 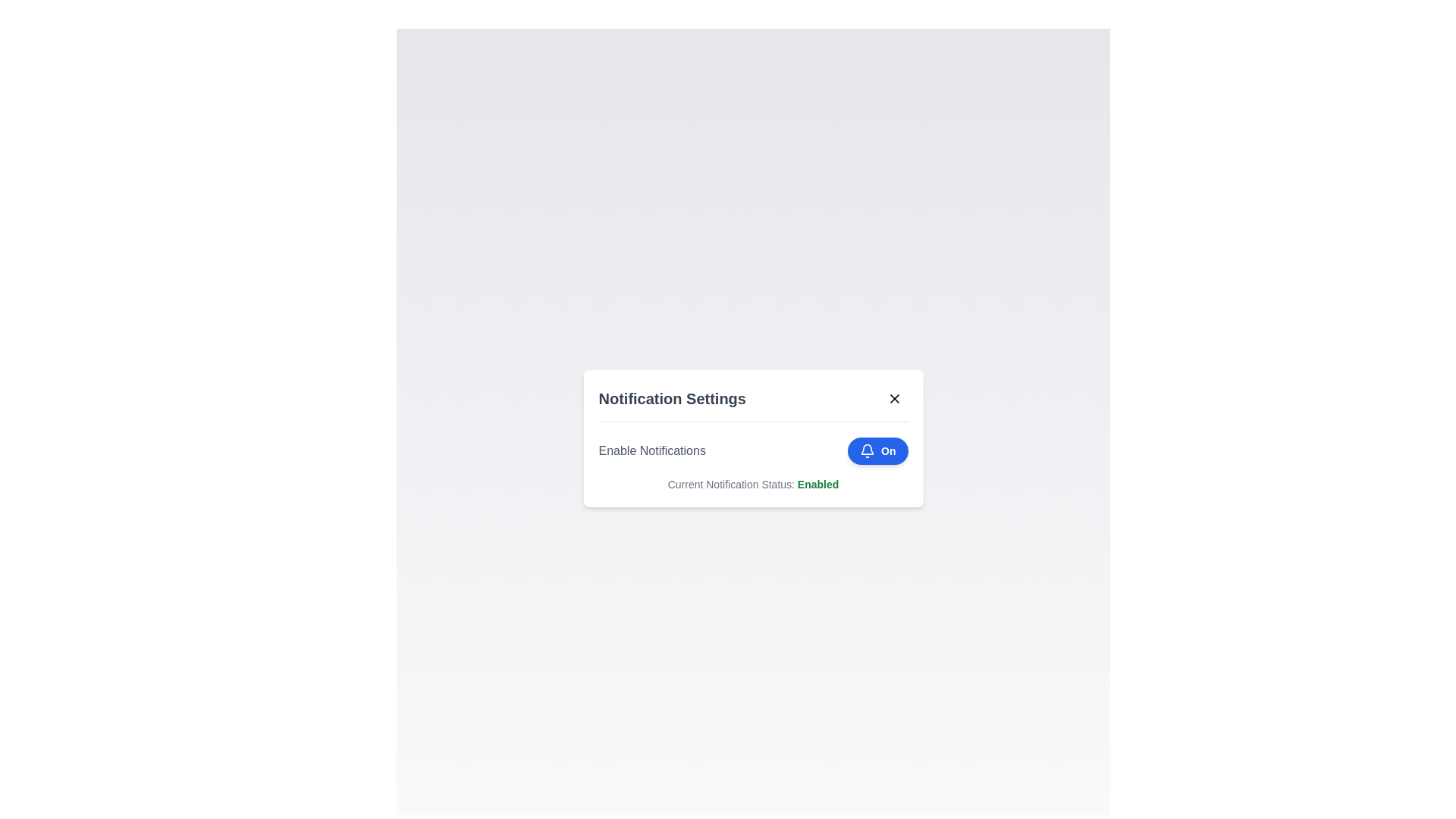 I want to click on the 'On' button with a blue background and a white bell icon, so click(x=877, y=450).